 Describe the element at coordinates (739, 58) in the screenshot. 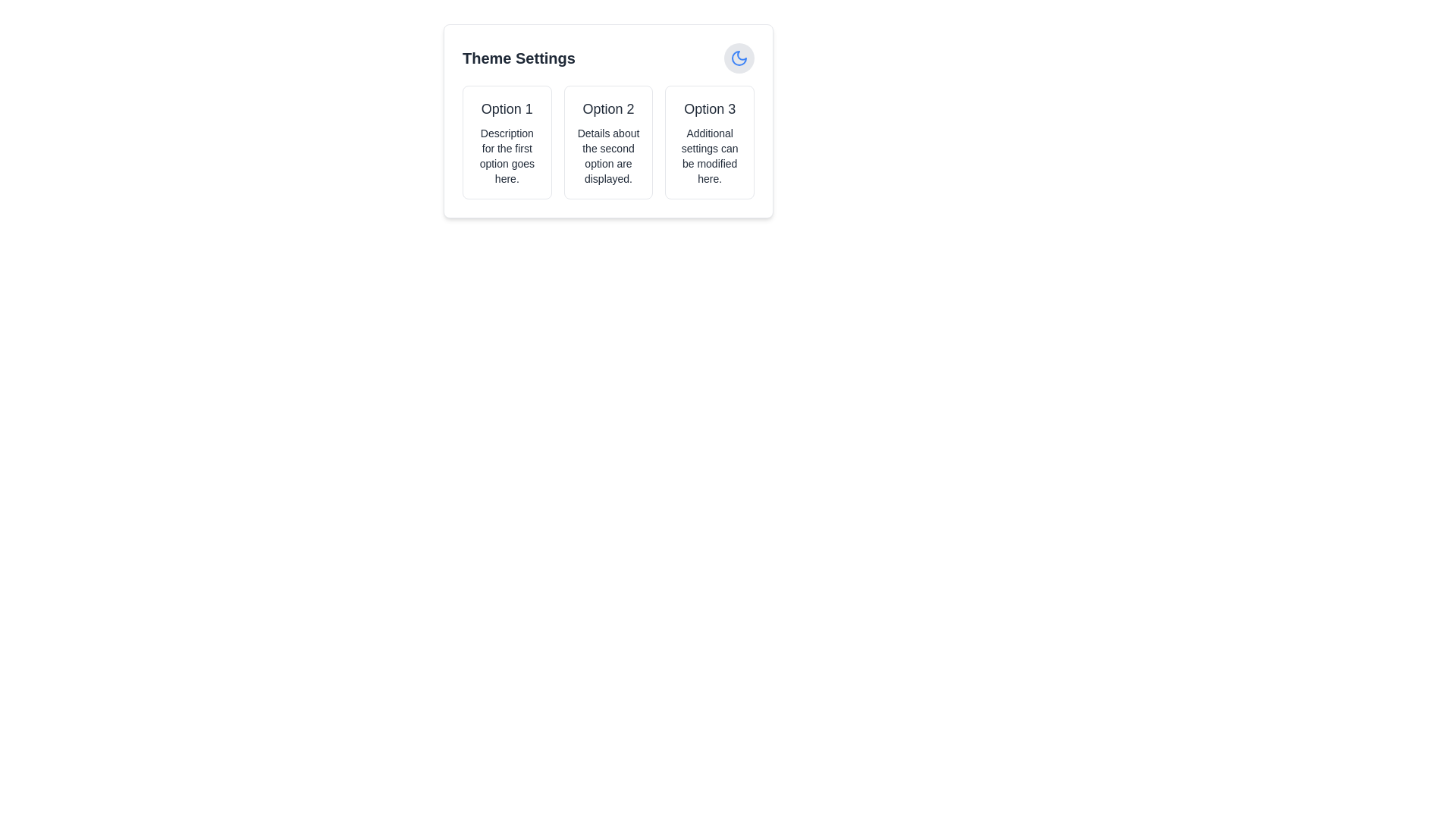

I see `the bold blue crescent moon icon located in the top-right corner of the 'Theme Settings' card` at that location.